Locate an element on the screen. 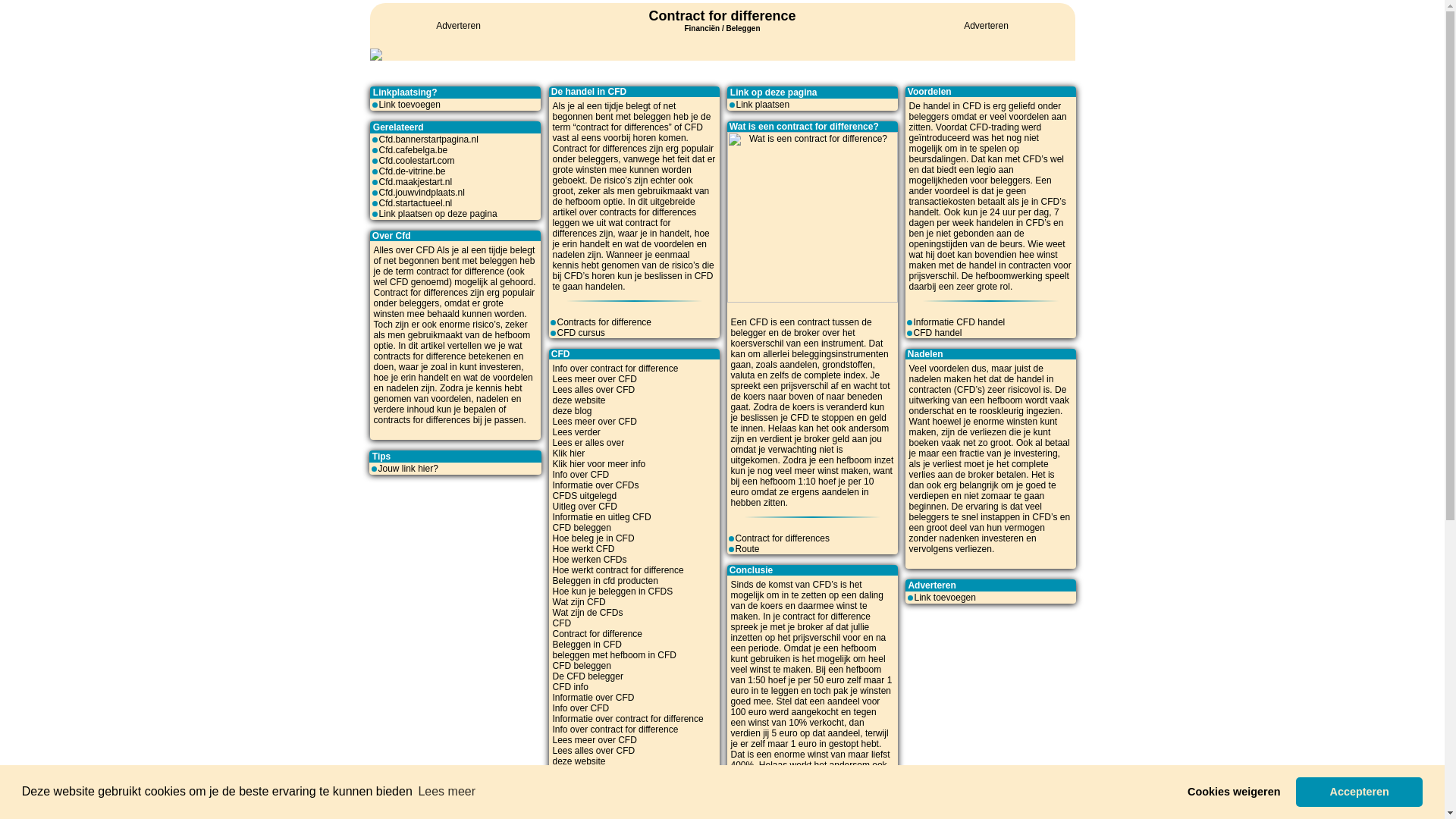 The height and width of the screenshot is (819, 1456). 'Wat zijn de CFDs' is located at coordinates (586, 611).